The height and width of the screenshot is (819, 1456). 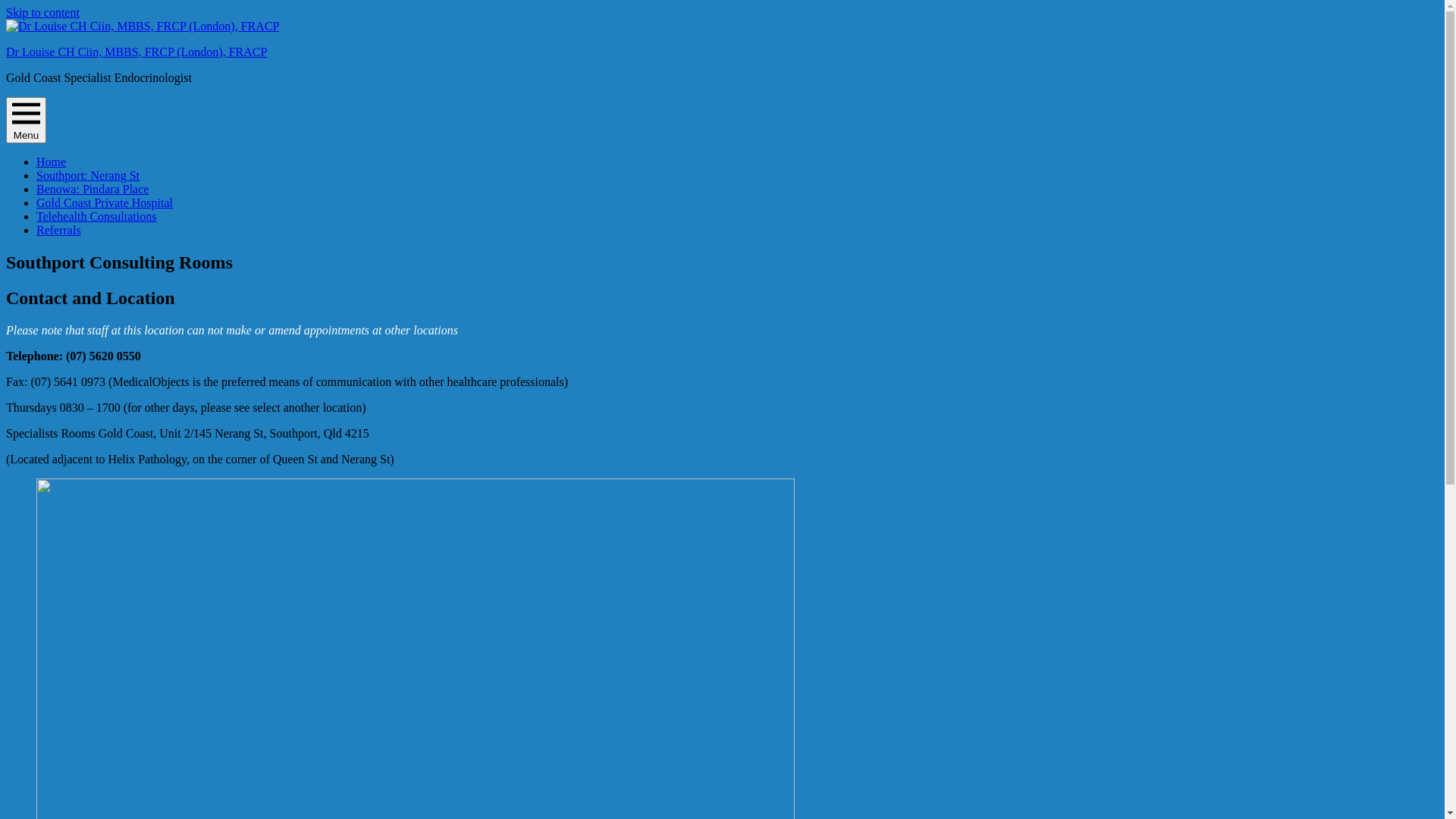 What do you see at coordinates (51, 162) in the screenshot?
I see `'Home'` at bounding box center [51, 162].